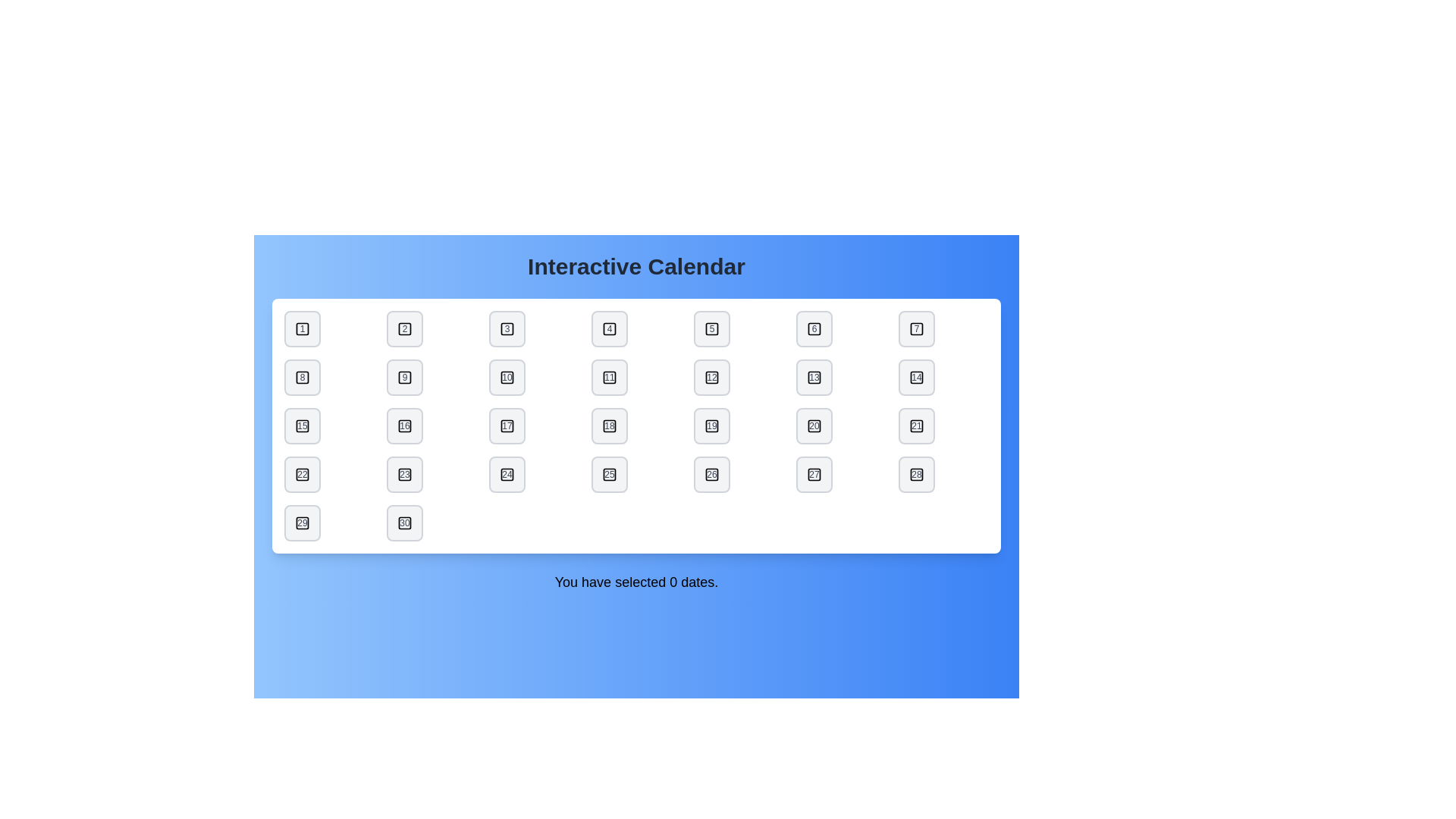 The image size is (1456, 819). I want to click on the date button labeled 6 to toggle its selection state, so click(814, 328).